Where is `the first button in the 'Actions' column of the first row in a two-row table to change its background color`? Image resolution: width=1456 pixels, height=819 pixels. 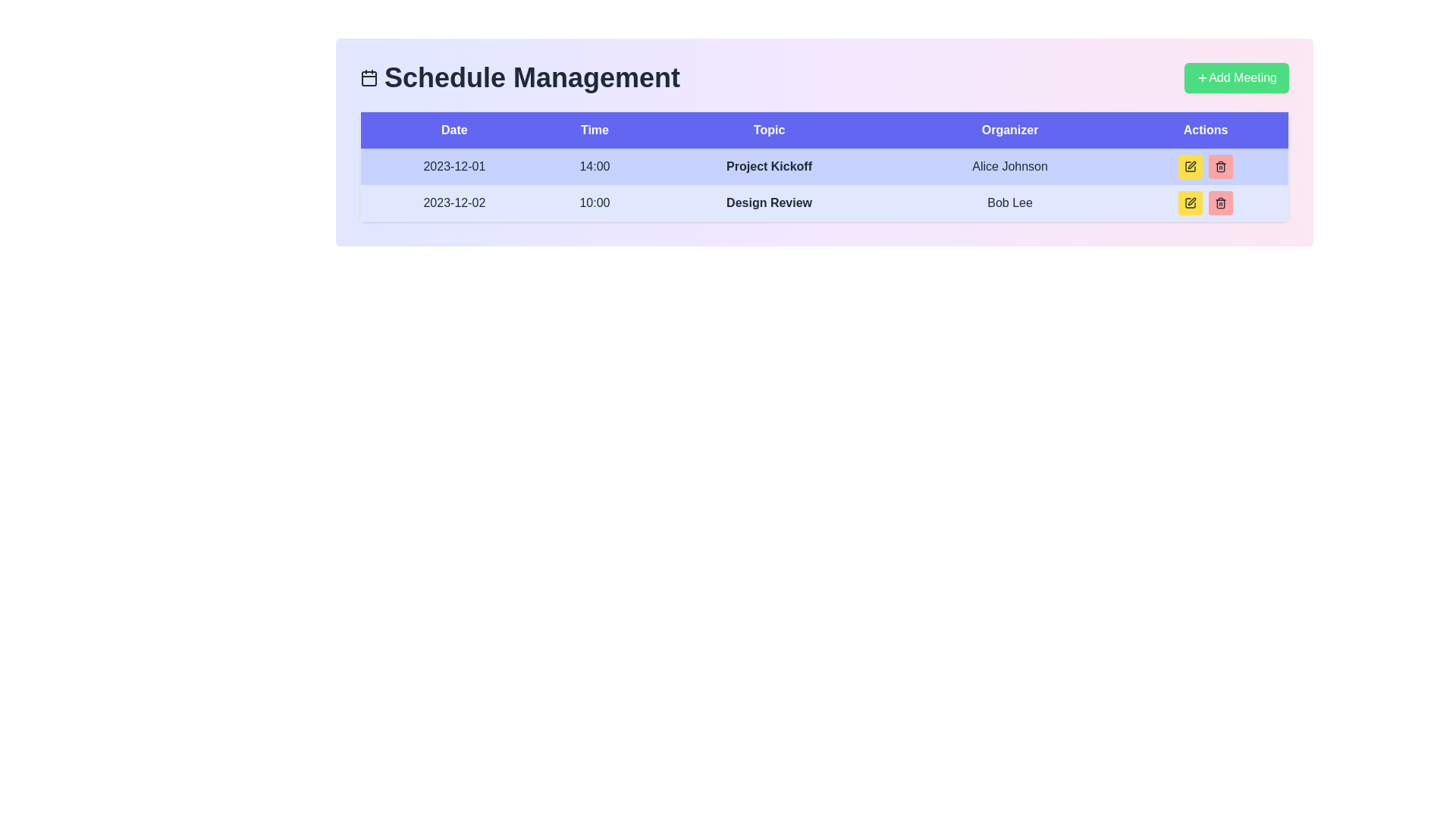
the first button in the 'Actions' column of the first row in a two-row table to change its background color is located at coordinates (1189, 166).